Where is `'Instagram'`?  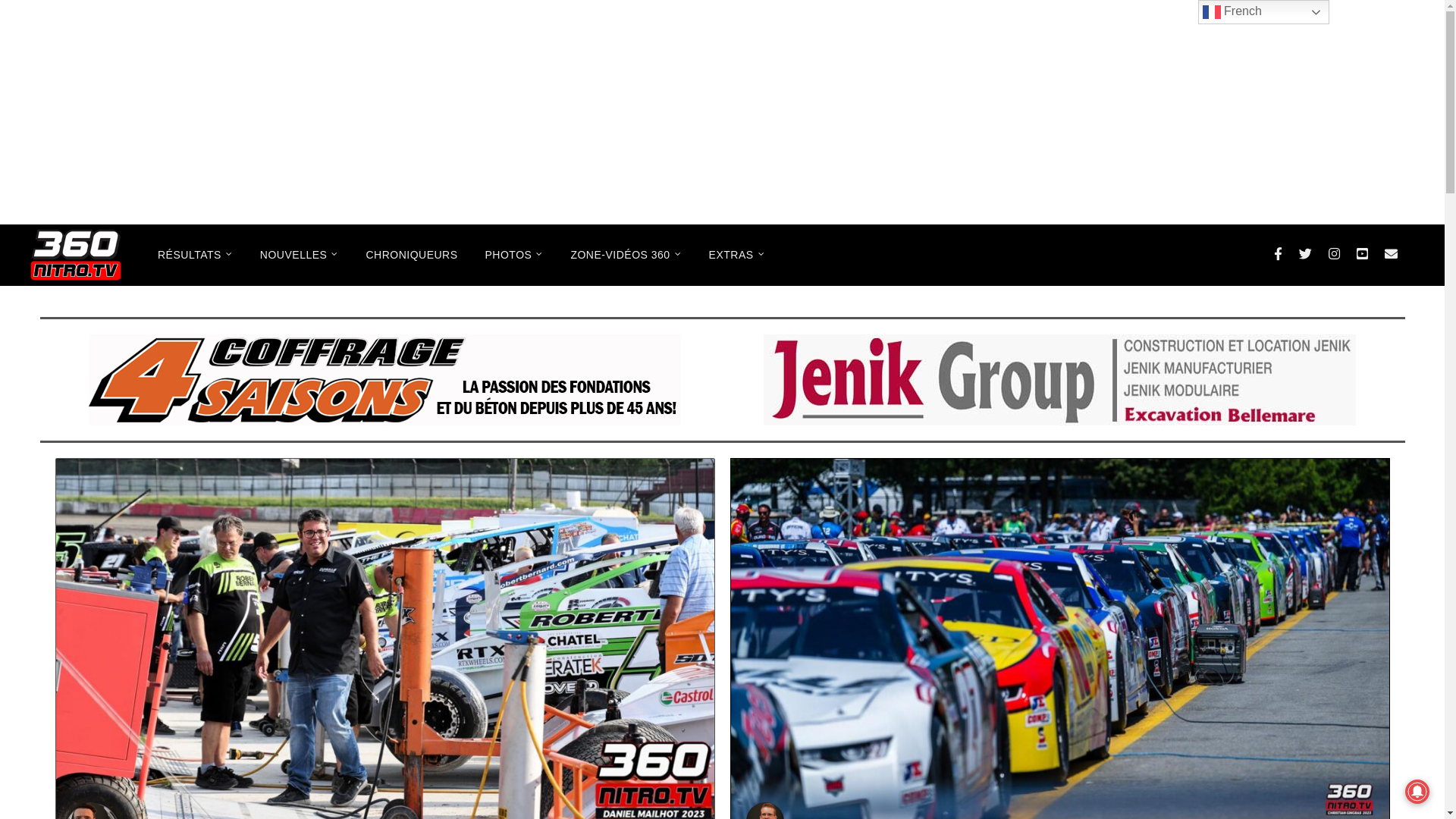
'Instagram' is located at coordinates (1333, 253).